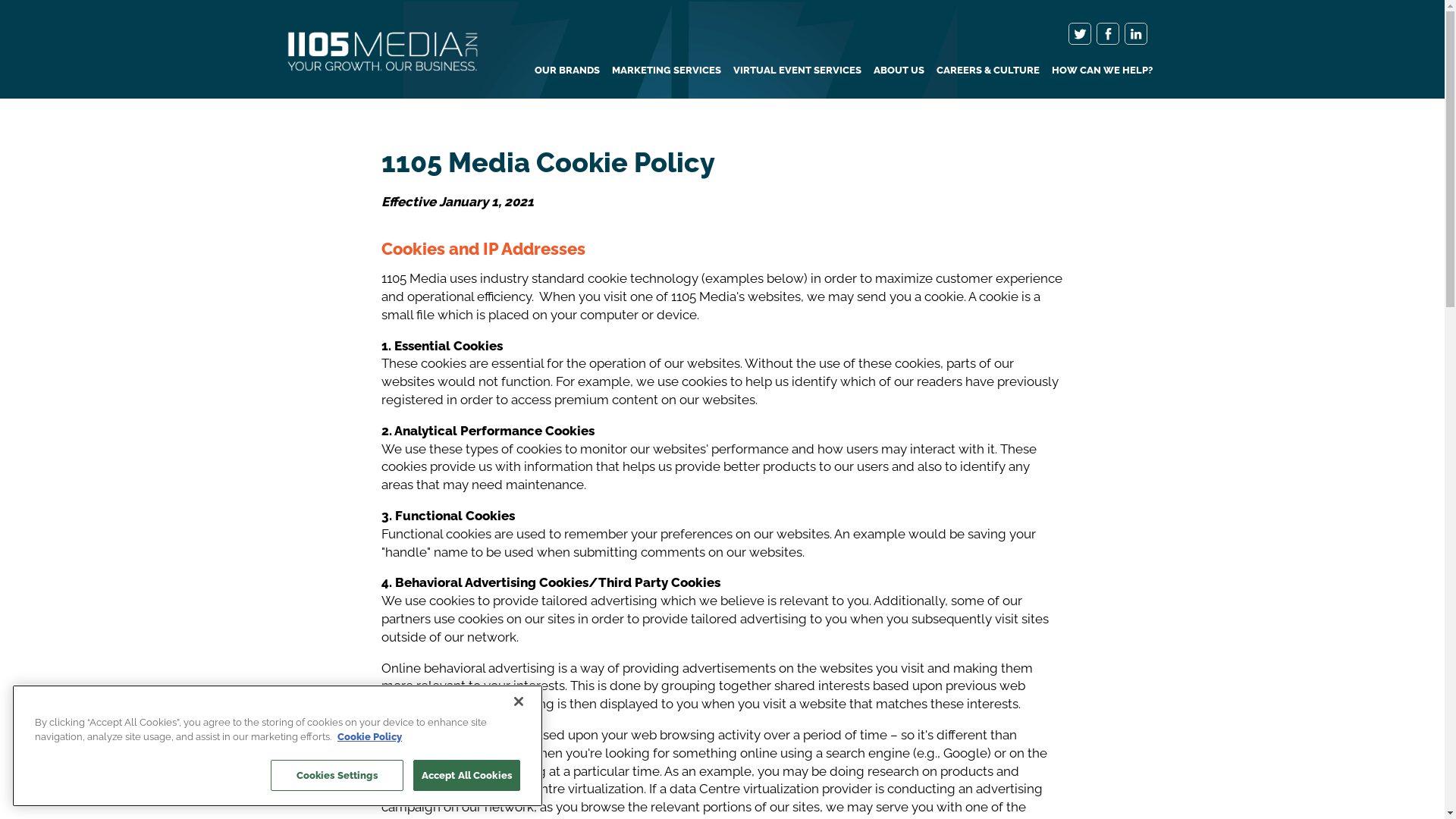 The height and width of the screenshot is (819, 1456). What do you see at coordinates (899, 70) in the screenshot?
I see `'ABOUT US'` at bounding box center [899, 70].